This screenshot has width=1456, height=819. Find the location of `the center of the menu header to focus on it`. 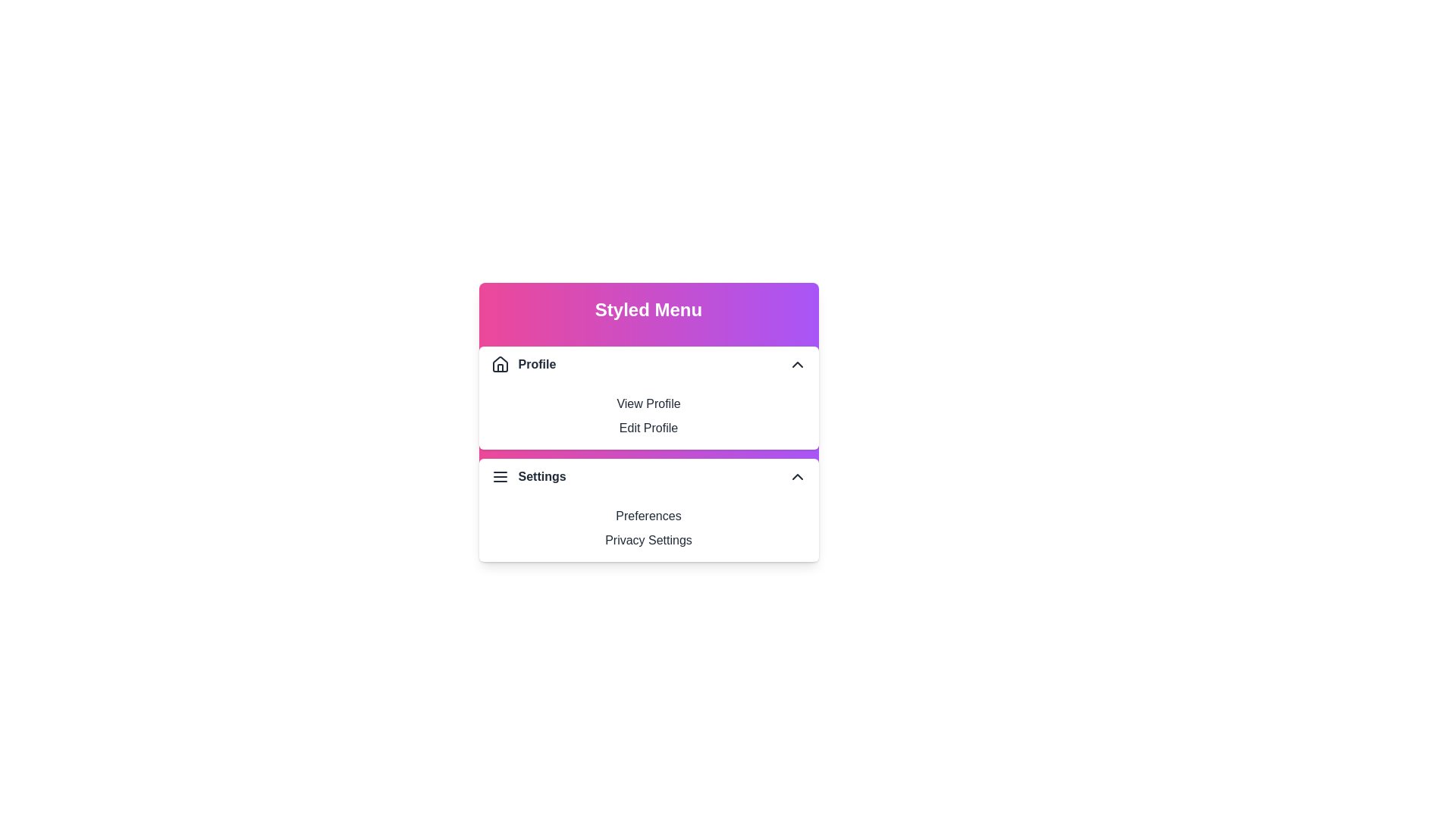

the center of the menu header to focus on it is located at coordinates (648, 309).